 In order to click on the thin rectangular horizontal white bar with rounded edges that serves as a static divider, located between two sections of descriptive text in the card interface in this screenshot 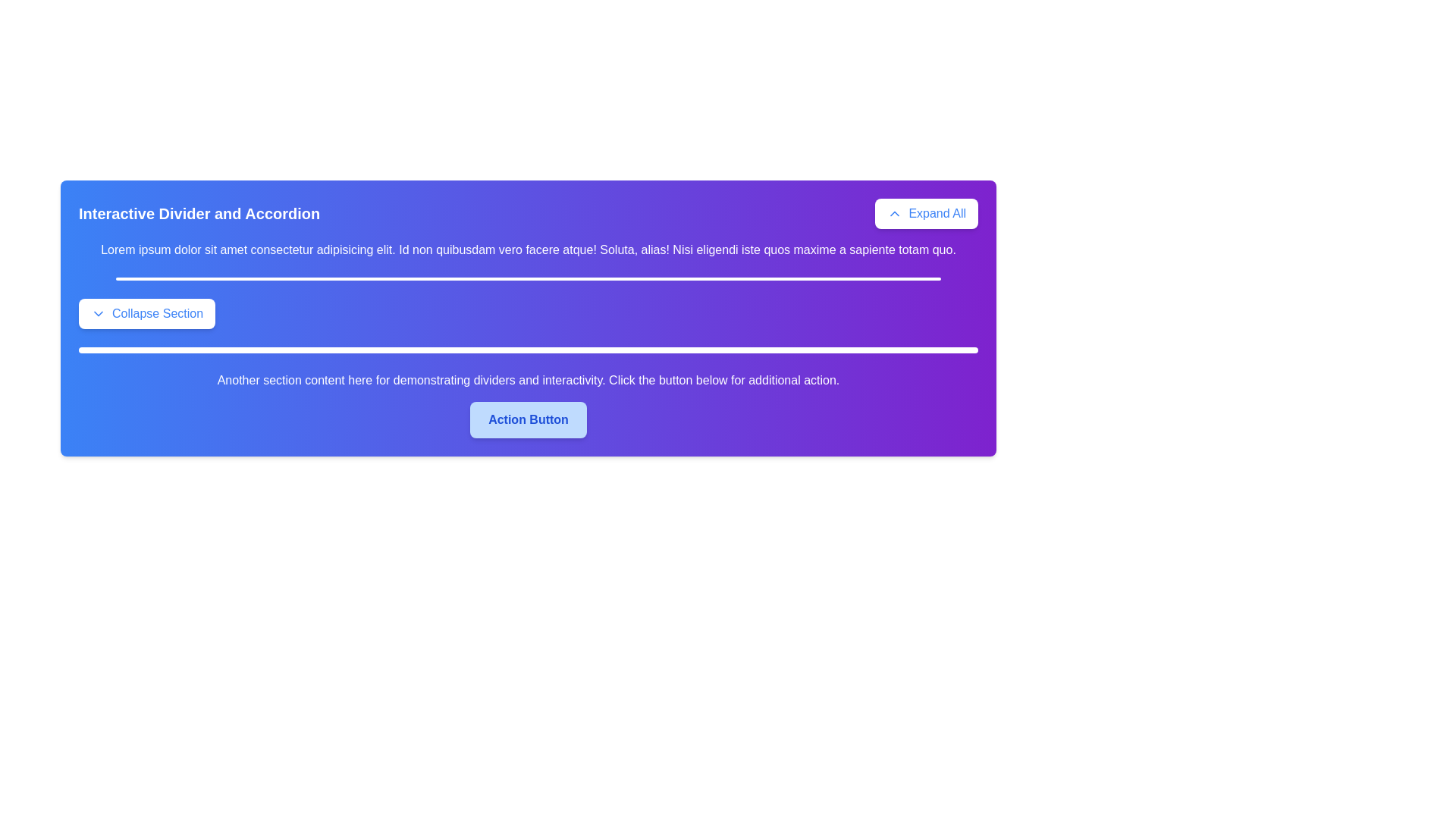, I will do `click(528, 350)`.